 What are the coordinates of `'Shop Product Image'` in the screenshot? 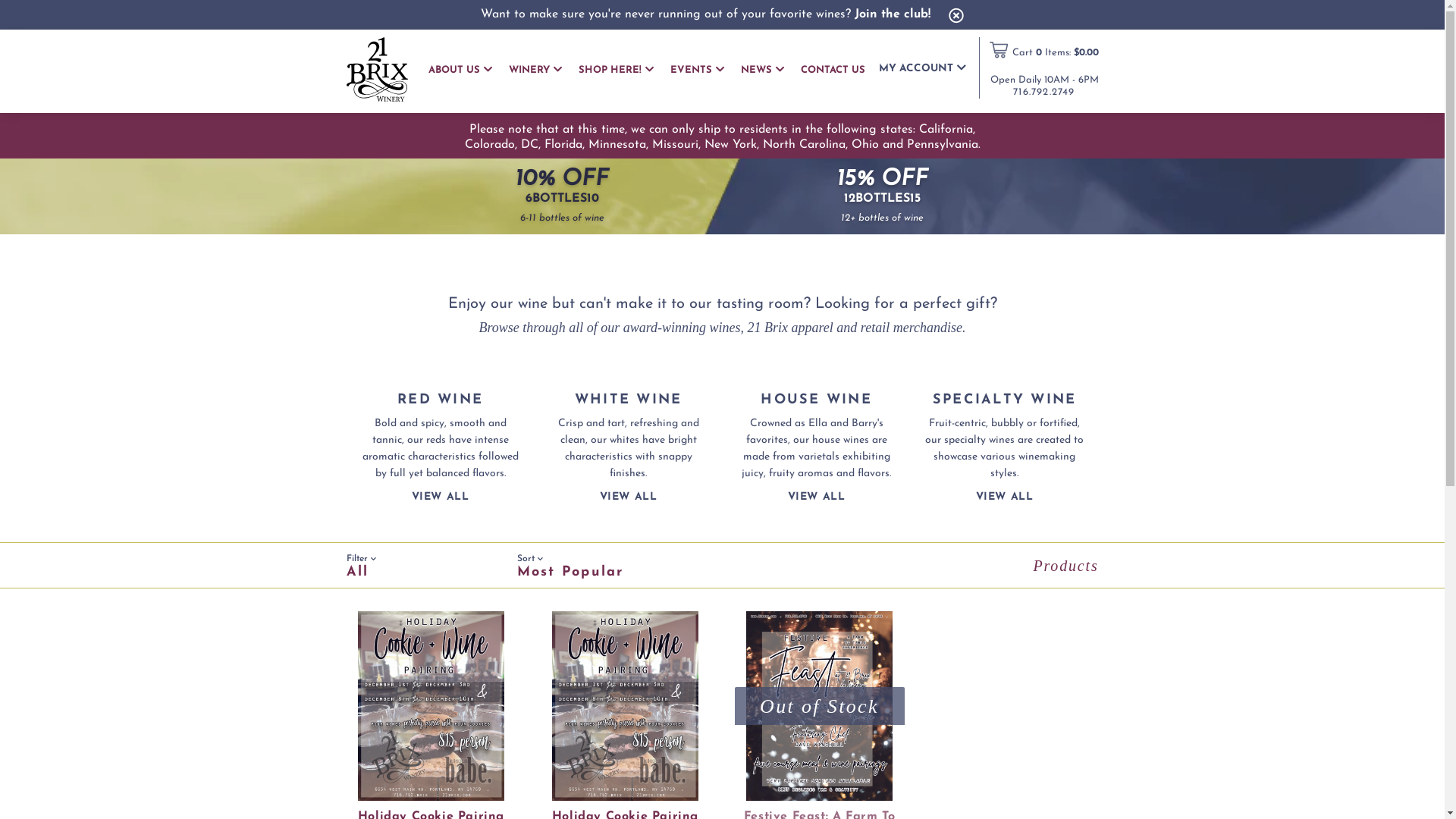 It's located at (429, 705).